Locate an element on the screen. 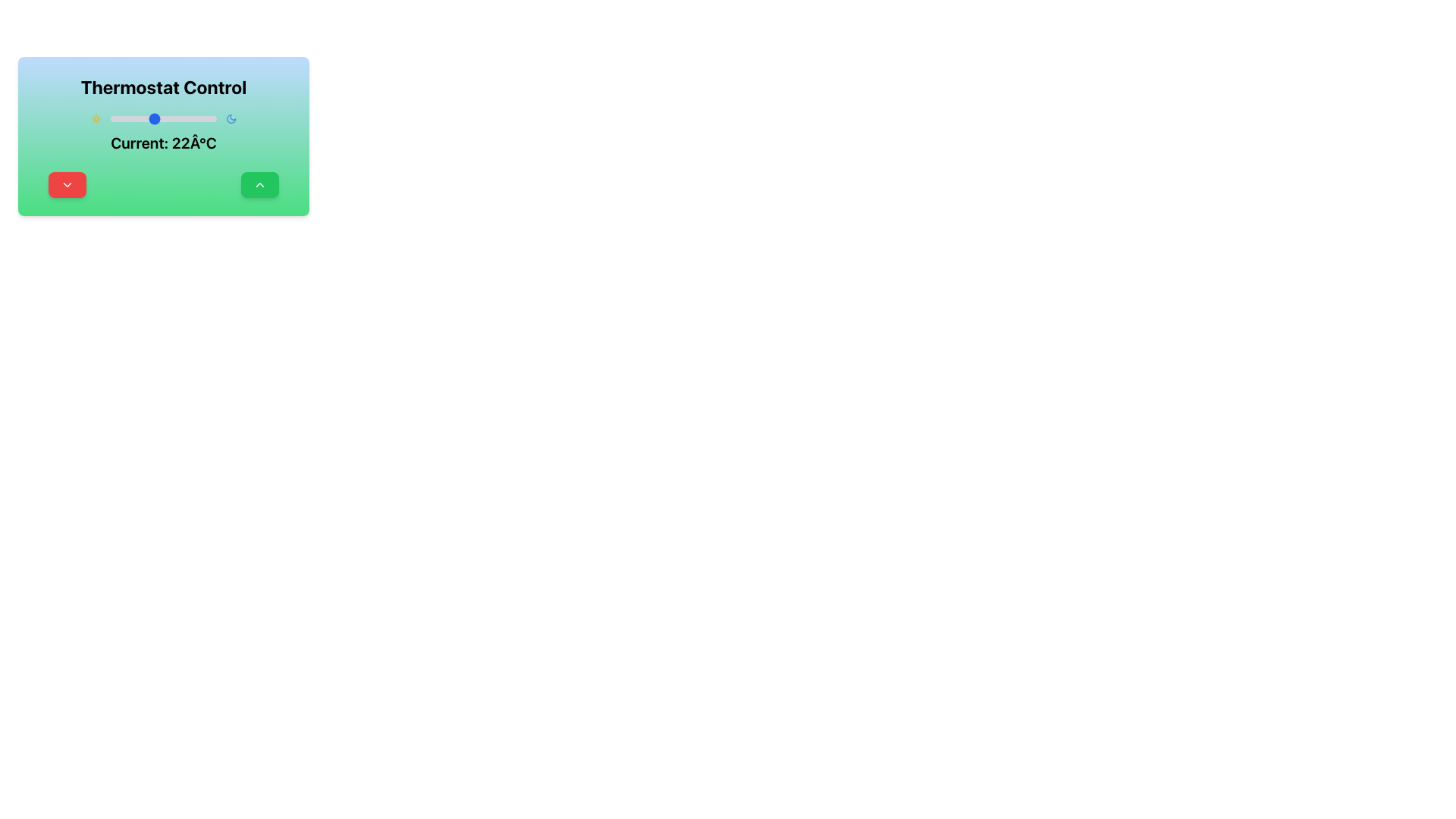 This screenshot has height=819, width=1456. temperature is located at coordinates (149, 118).